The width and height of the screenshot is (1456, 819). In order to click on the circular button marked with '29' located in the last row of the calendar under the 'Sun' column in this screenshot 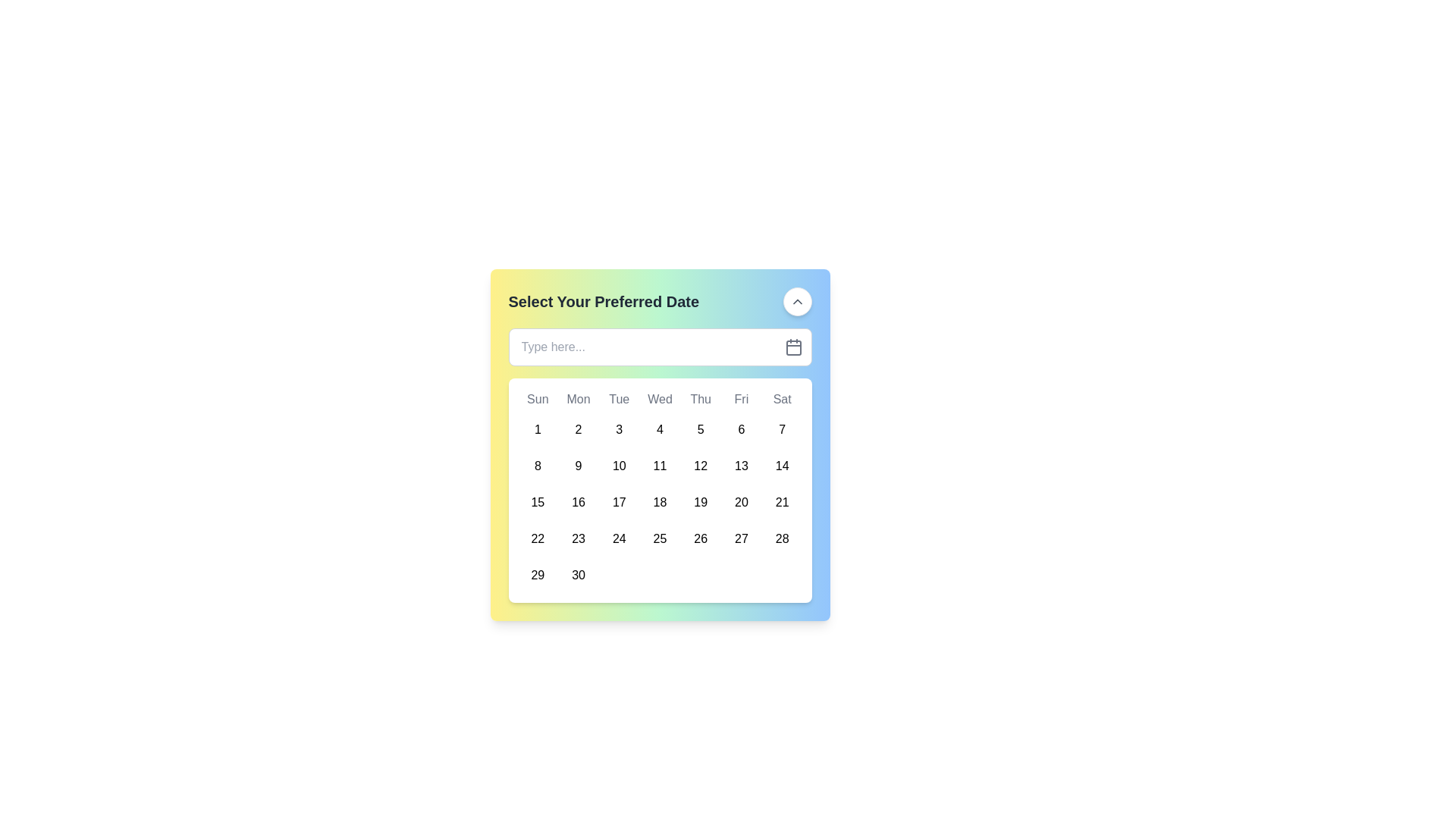, I will do `click(538, 576)`.